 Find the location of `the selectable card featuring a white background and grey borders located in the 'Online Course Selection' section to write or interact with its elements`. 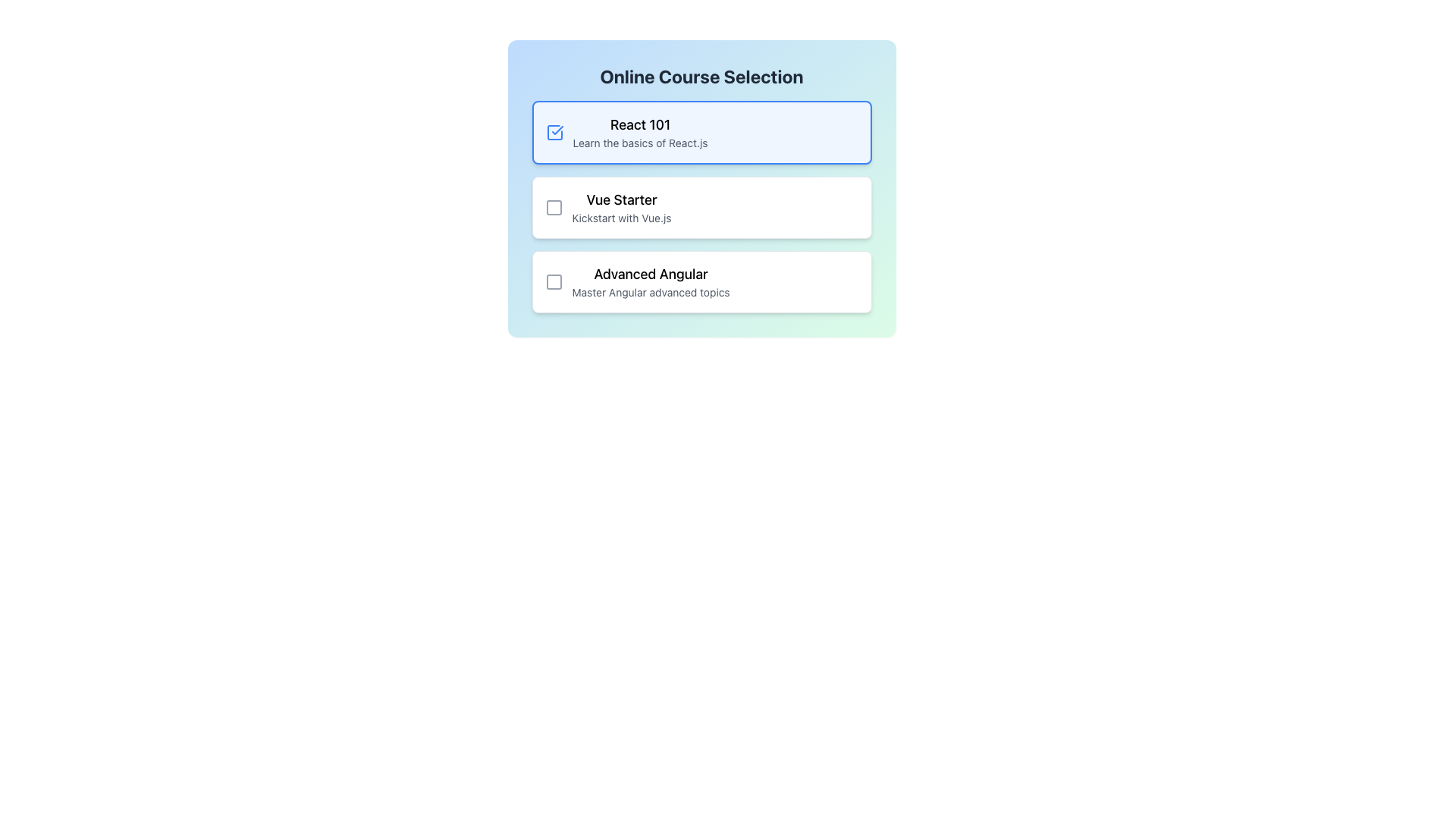

the selectable card featuring a white background and grey borders located in the 'Online Course Selection' section to write or interact with its elements is located at coordinates (701, 207).